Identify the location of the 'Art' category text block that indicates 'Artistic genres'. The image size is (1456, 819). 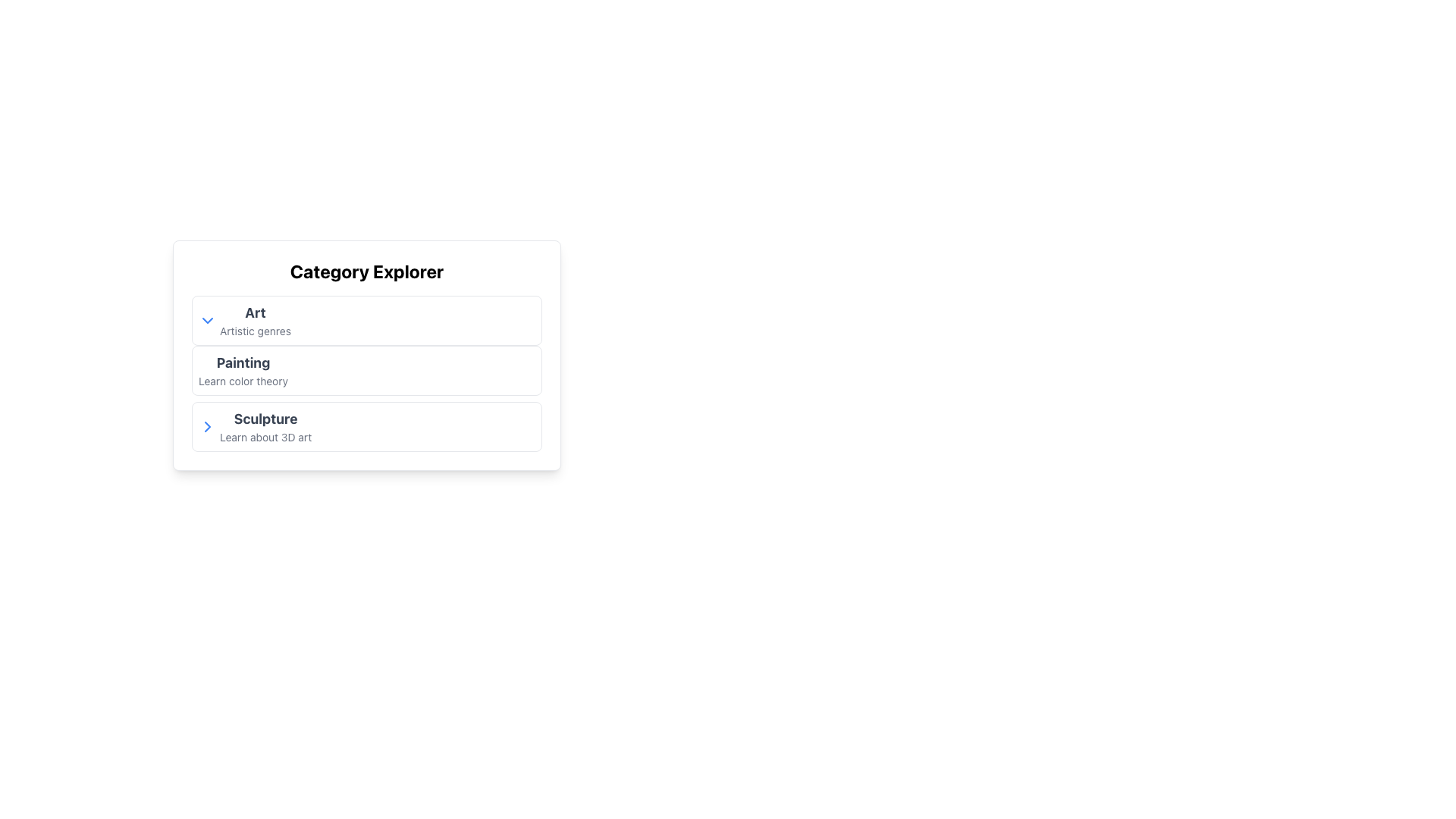
(255, 320).